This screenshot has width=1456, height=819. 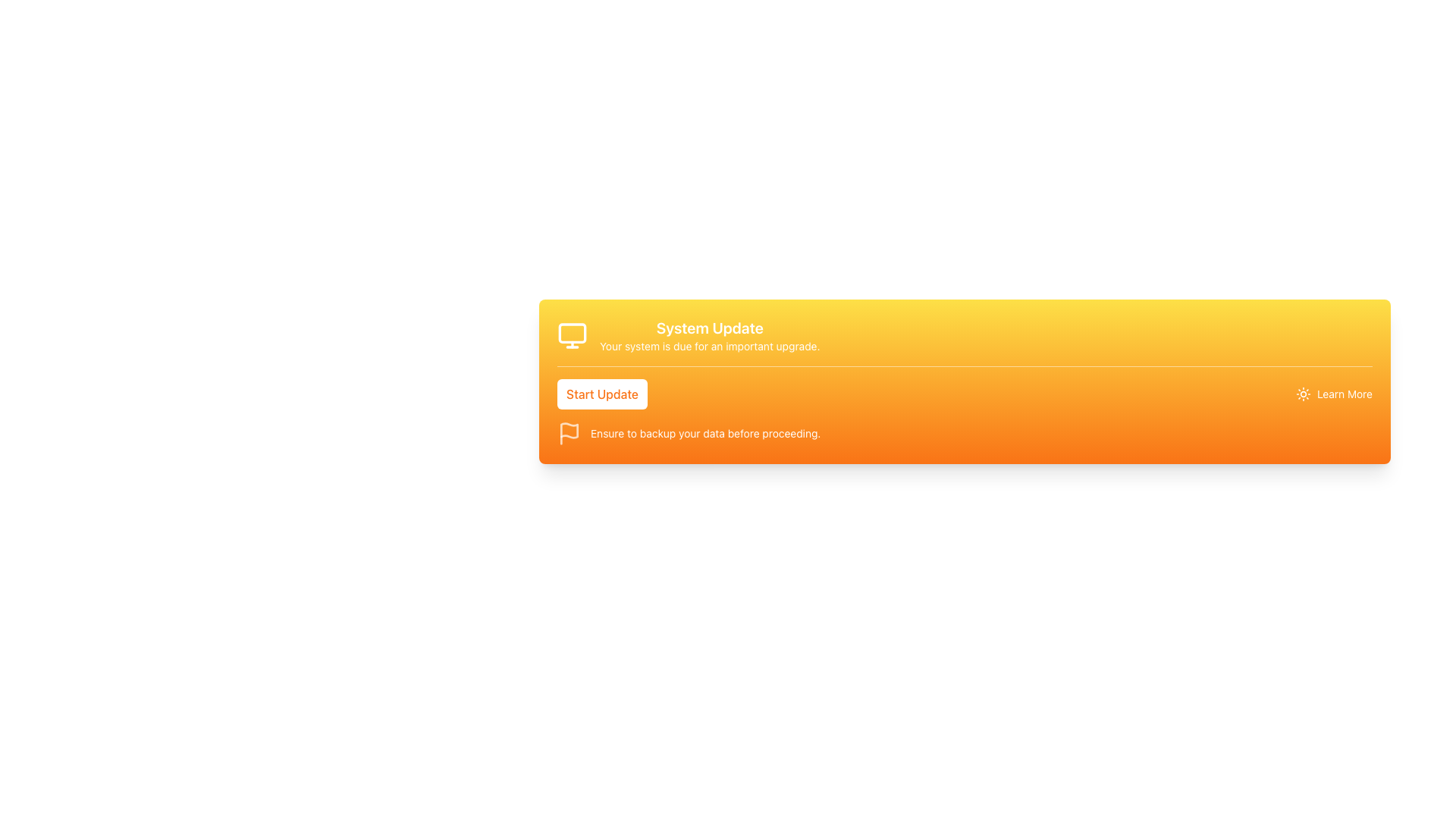 I want to click on 'System Update' heading text displayed in a large bold font against a yellow to orange gradient background, positioned at the top of the block above the descriptive text, so click(x=709, y=327).